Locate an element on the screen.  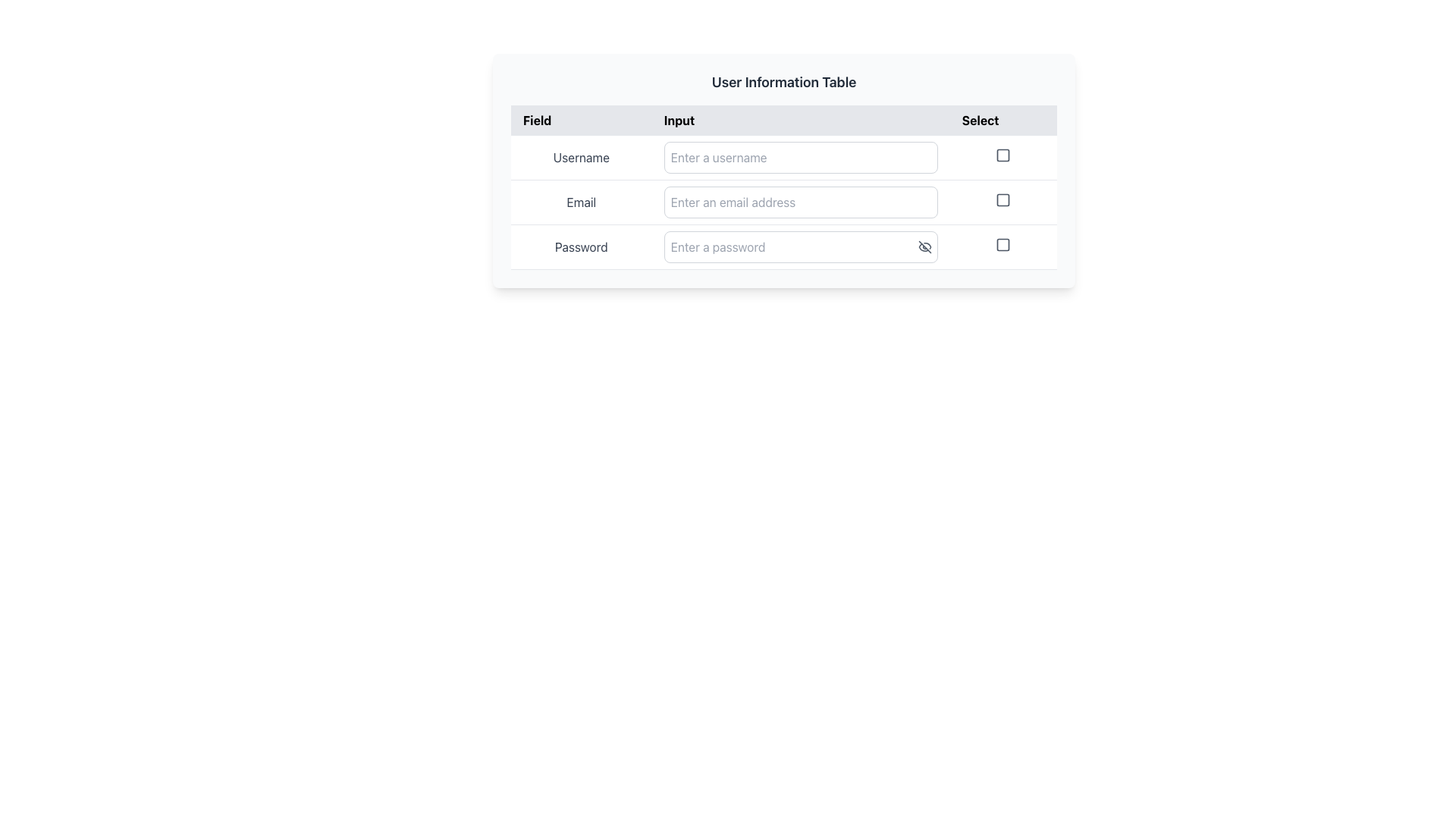
the small square checkbox located in the last column of the row labeled 'Email' is located at coordinates (1003, 201).